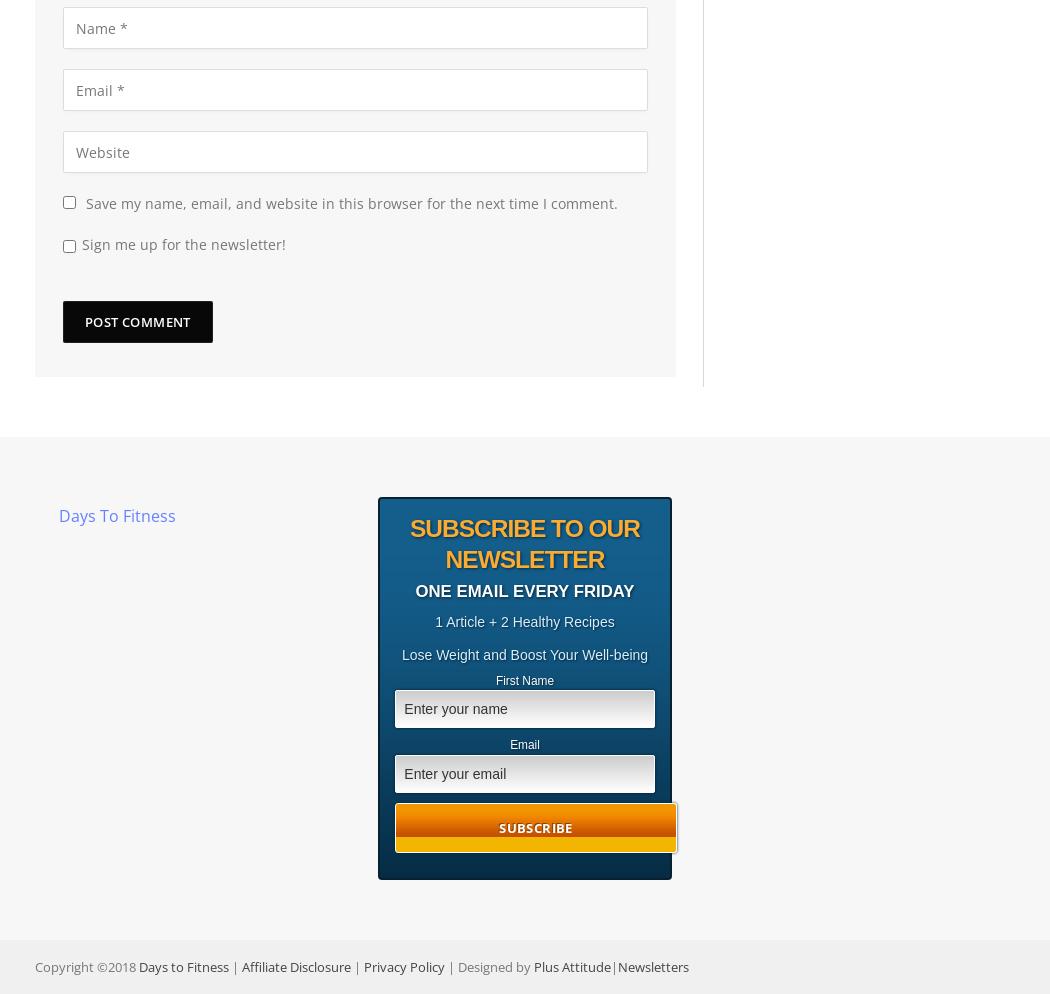 The height and width of the screenshot is (994, 1050). Describe the element at coordinates (183, 244) in the screenshot. I see `'Sign me up for the newsletter!'` at that location.